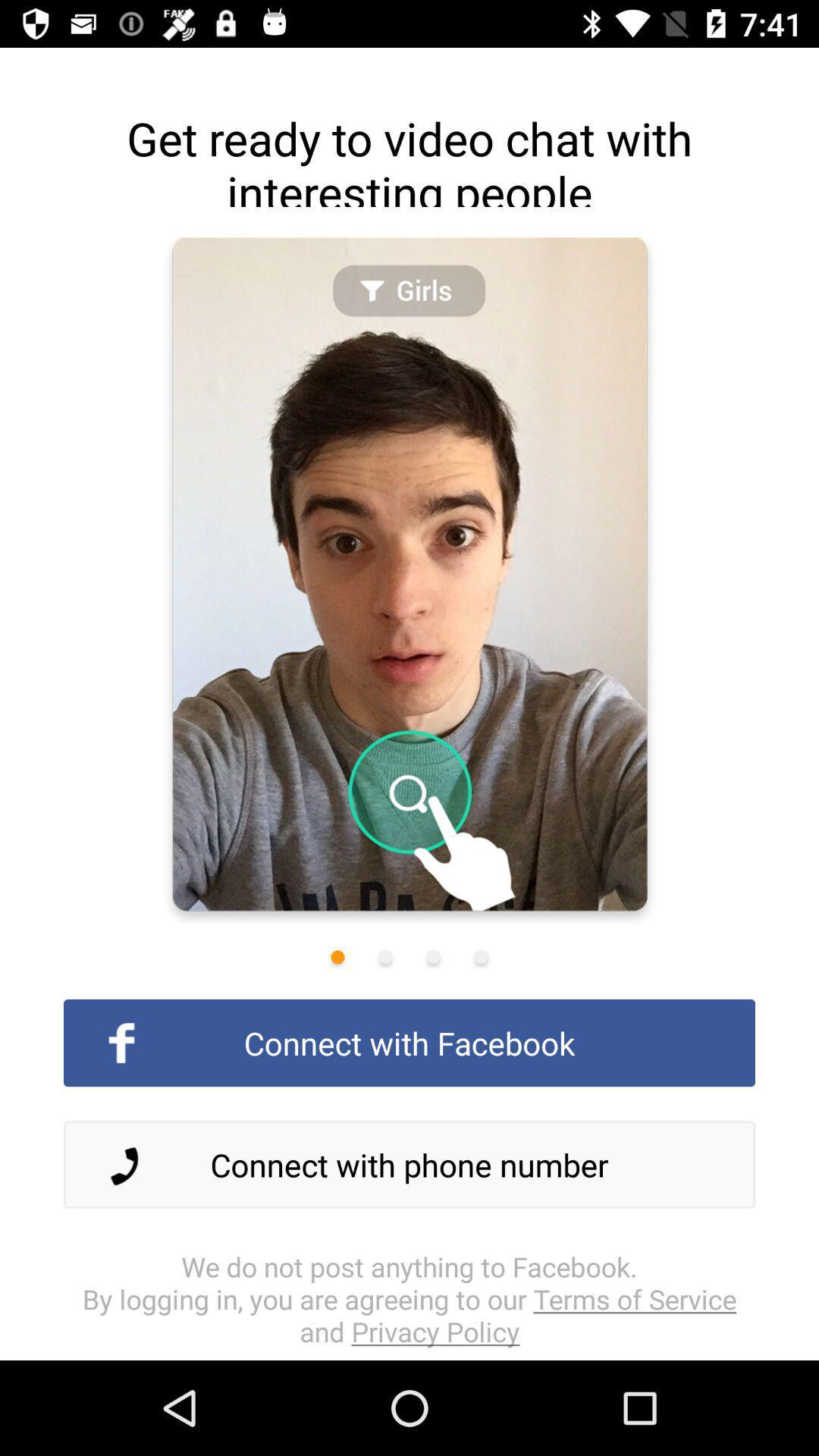 The height and width of the screenshot is (1456, 819). Describe the element at coordinates (337, 956) in the screenshot. I see `first image` at that location.